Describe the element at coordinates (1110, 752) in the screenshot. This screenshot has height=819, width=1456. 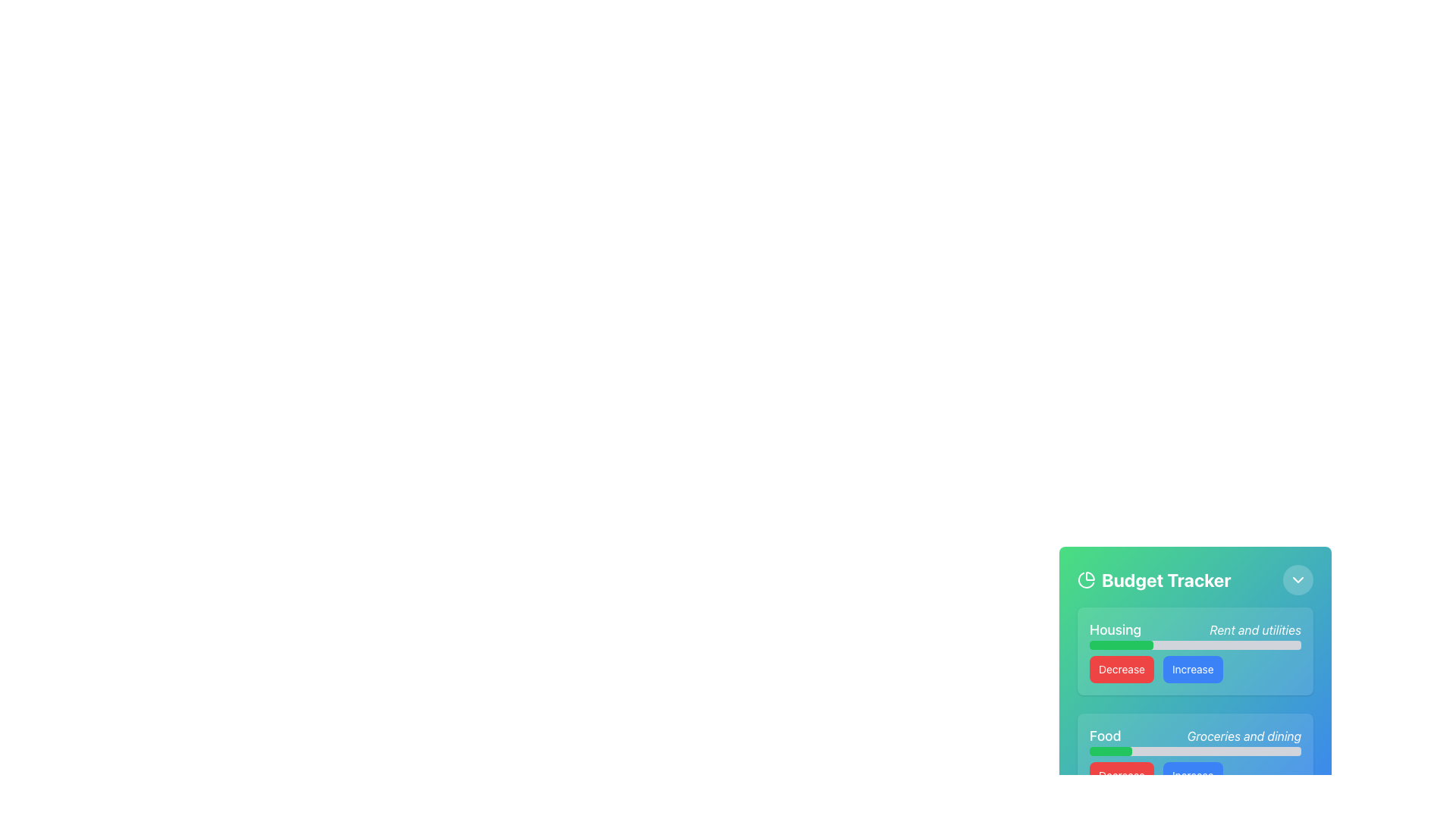
I see `the green progress bar representing 20% of the 'Food' category within the 'Budget Tracker' card interface` at that location.